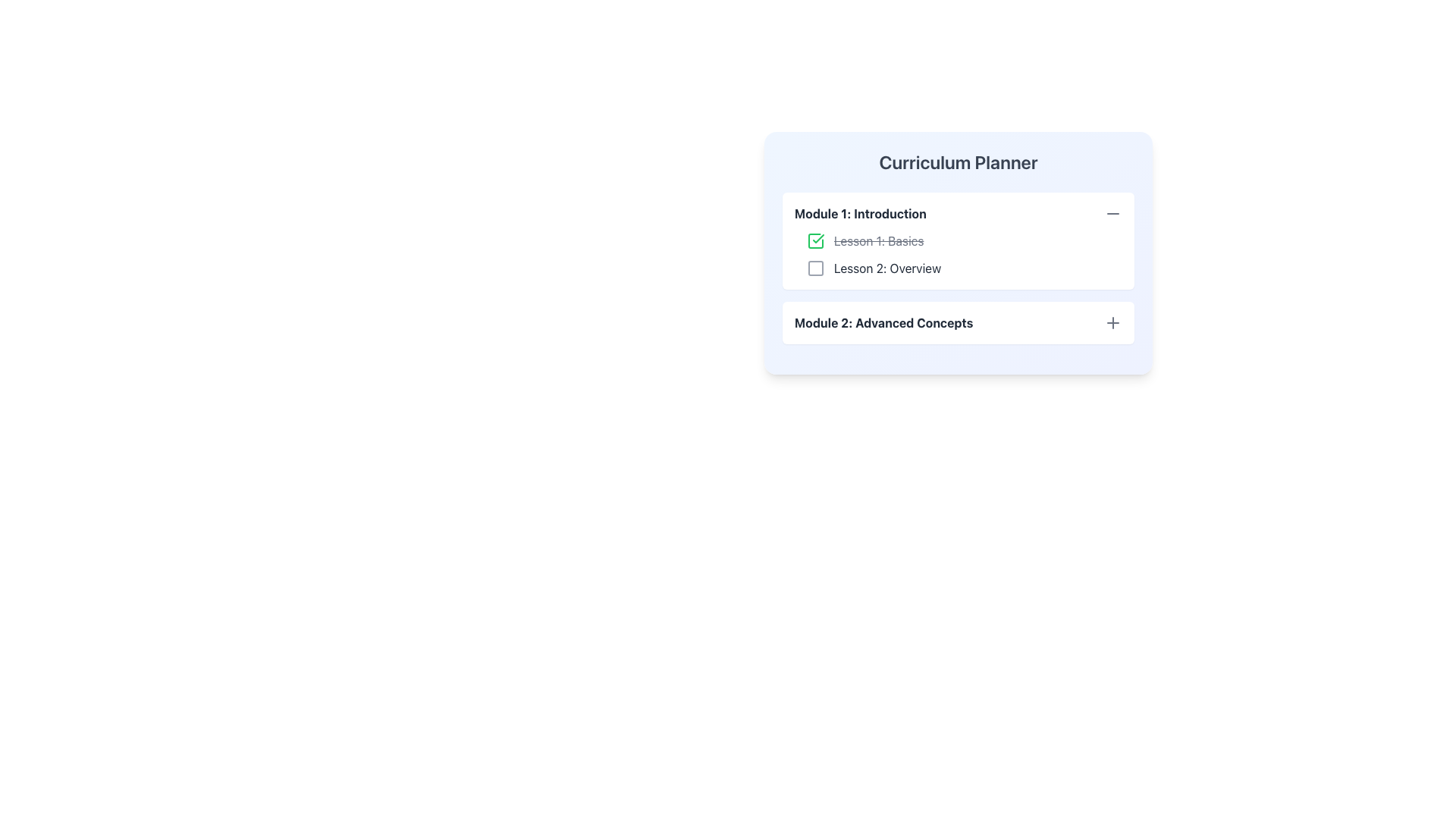  What do you see at coordinates (887, 268) in the screenshot?
I see `the text label 'Lesson 2: Overview'` at bounding box center [887, 268].